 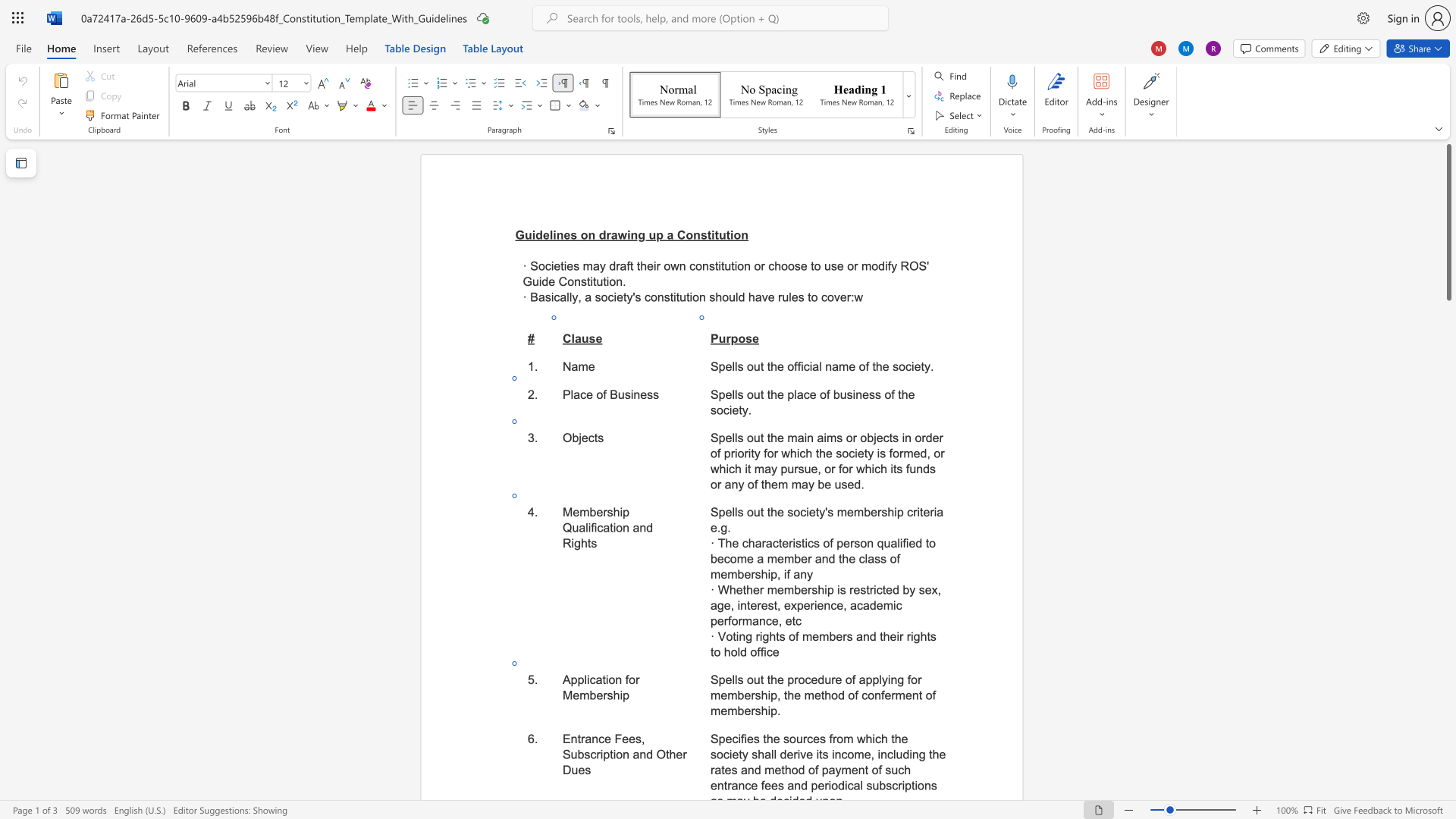 What do you see at coordinates (882, 512) in the screenshot?
I see `the space between the continuous character "r" and "s" in the text` at bounding box center [882, 512].